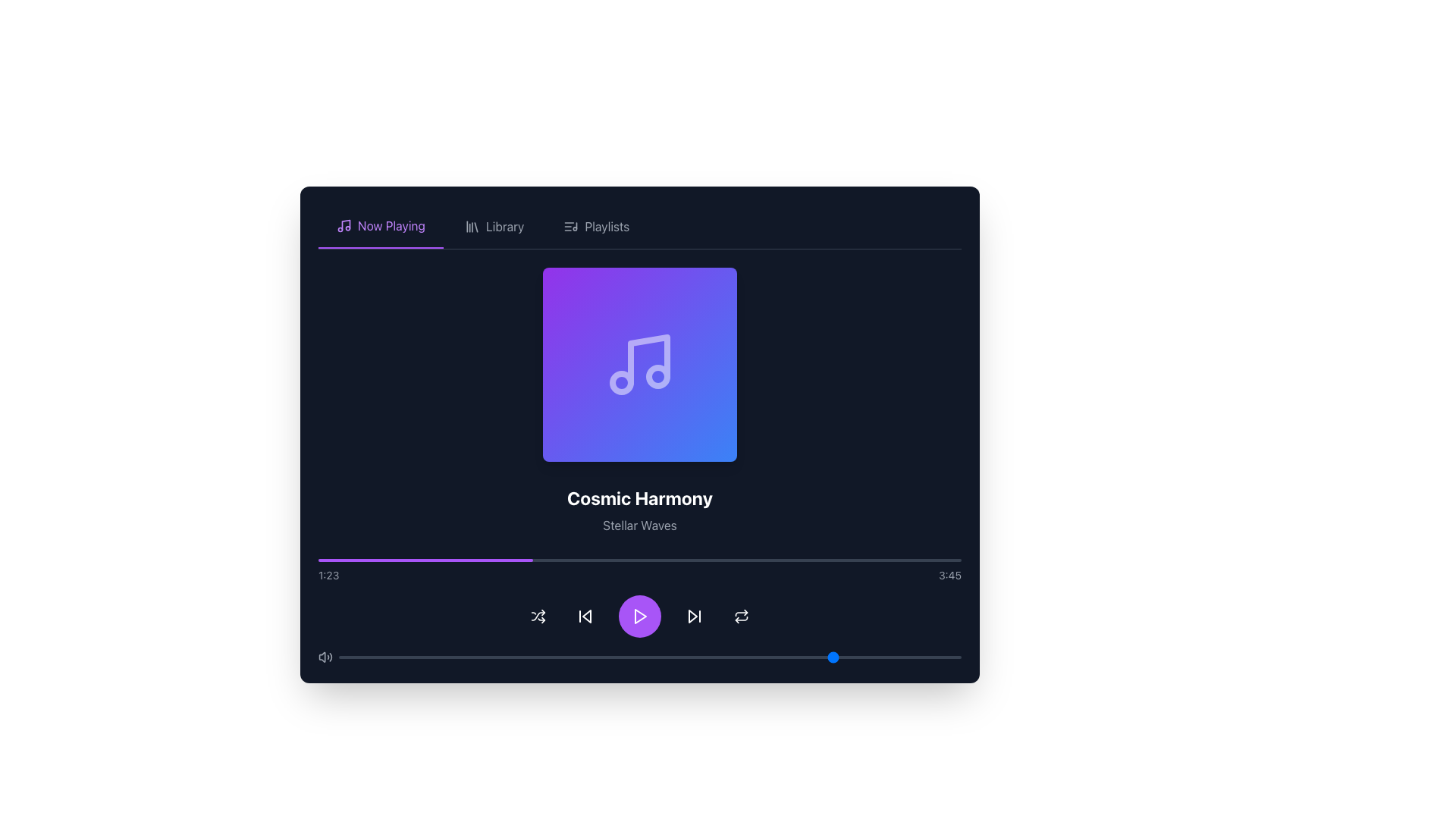 This screenshot has height=819, width=1456. Describe the element at coordinates (328, 576) in the screenshot. I see `the text label indicating the current playback position in the audio or video timeline, located near the bottom-left corner of the interface` at that location.